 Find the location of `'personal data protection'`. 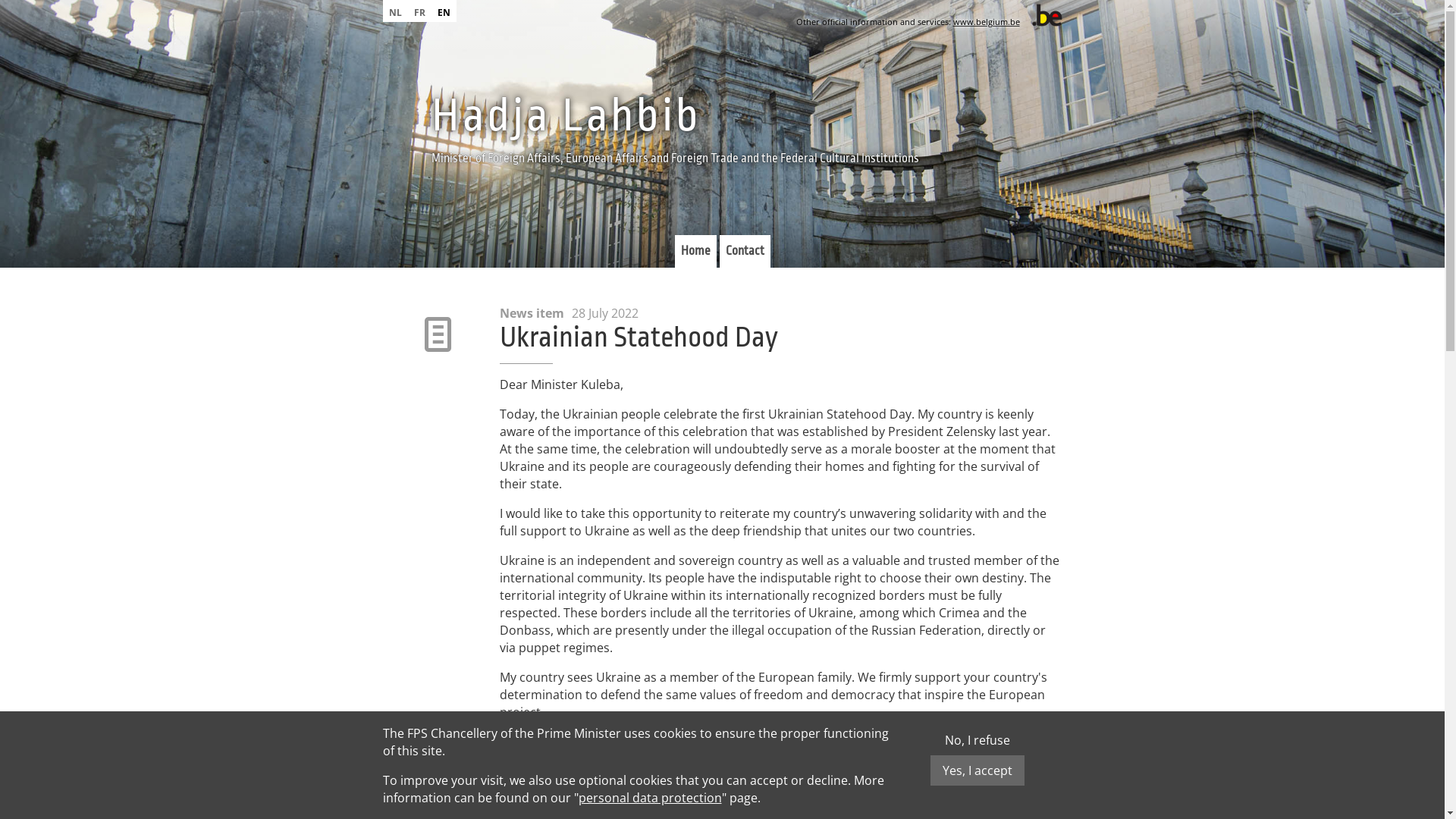

'personal data protection' is located at coordinates (649, 797).